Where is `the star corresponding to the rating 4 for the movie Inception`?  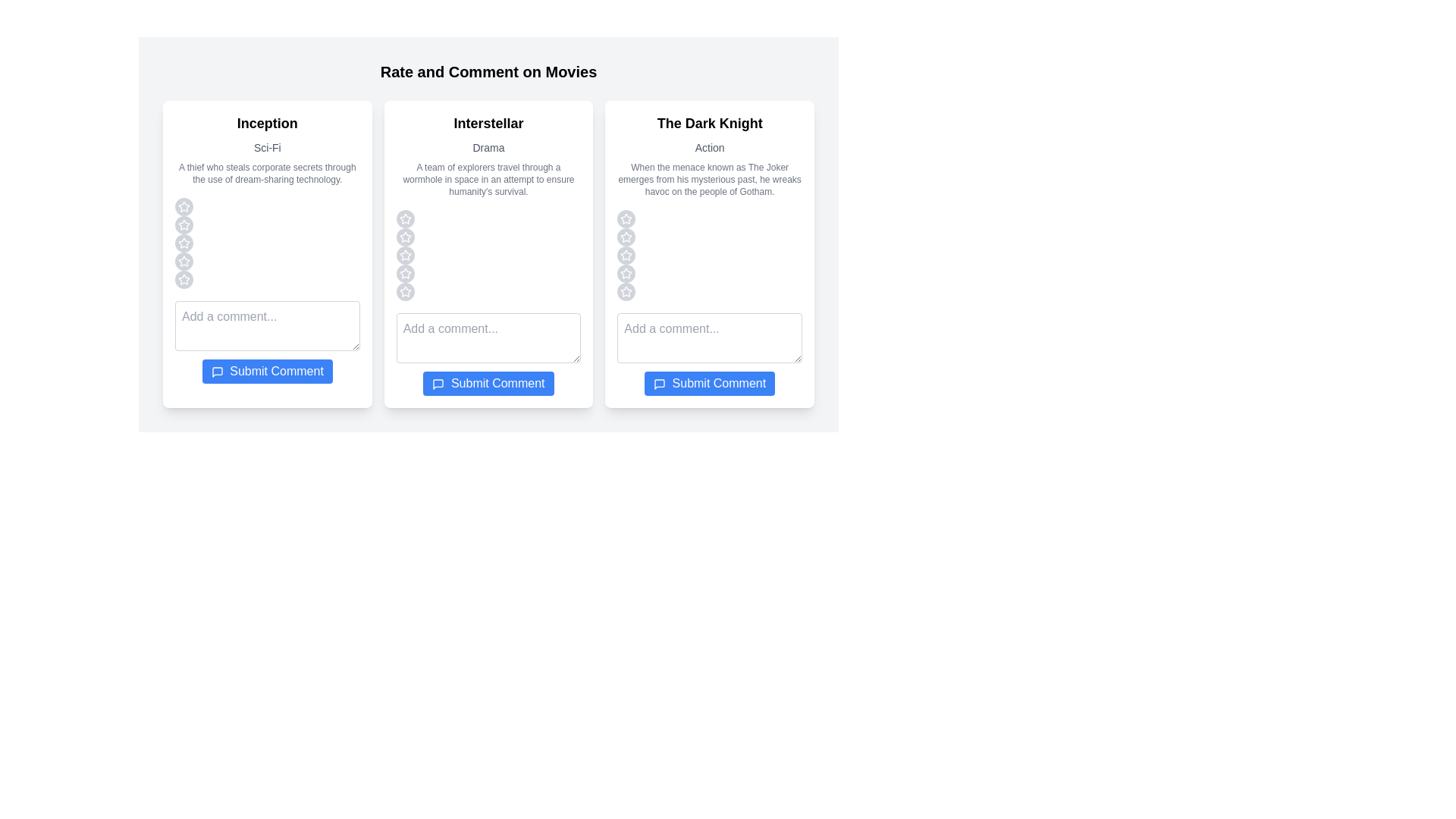
the star corresponding to the rating 4 for the movie Inception is located at coordinates (184, 260).